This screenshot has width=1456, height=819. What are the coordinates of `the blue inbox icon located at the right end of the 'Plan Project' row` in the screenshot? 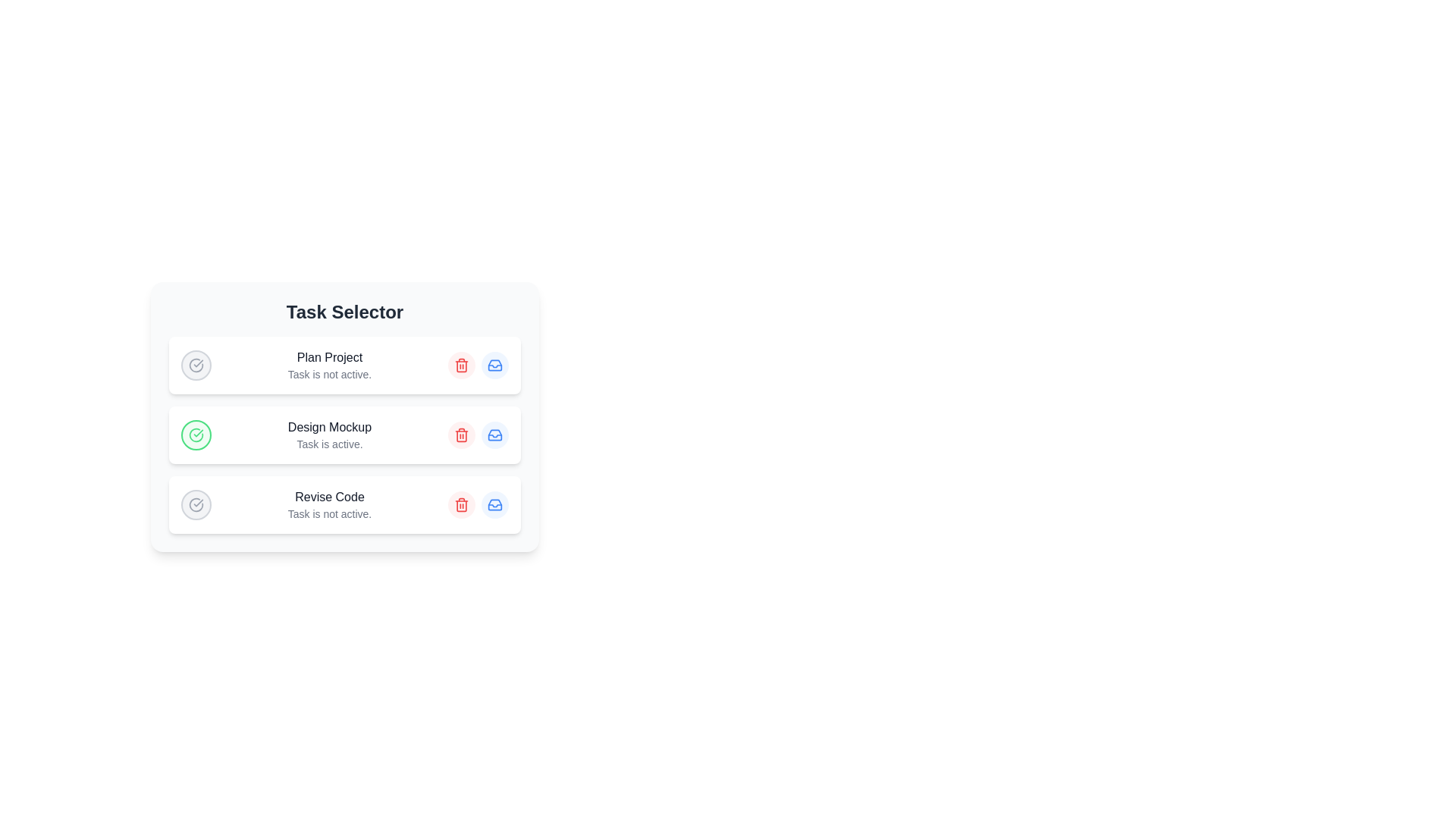 It's located at (494, 366).